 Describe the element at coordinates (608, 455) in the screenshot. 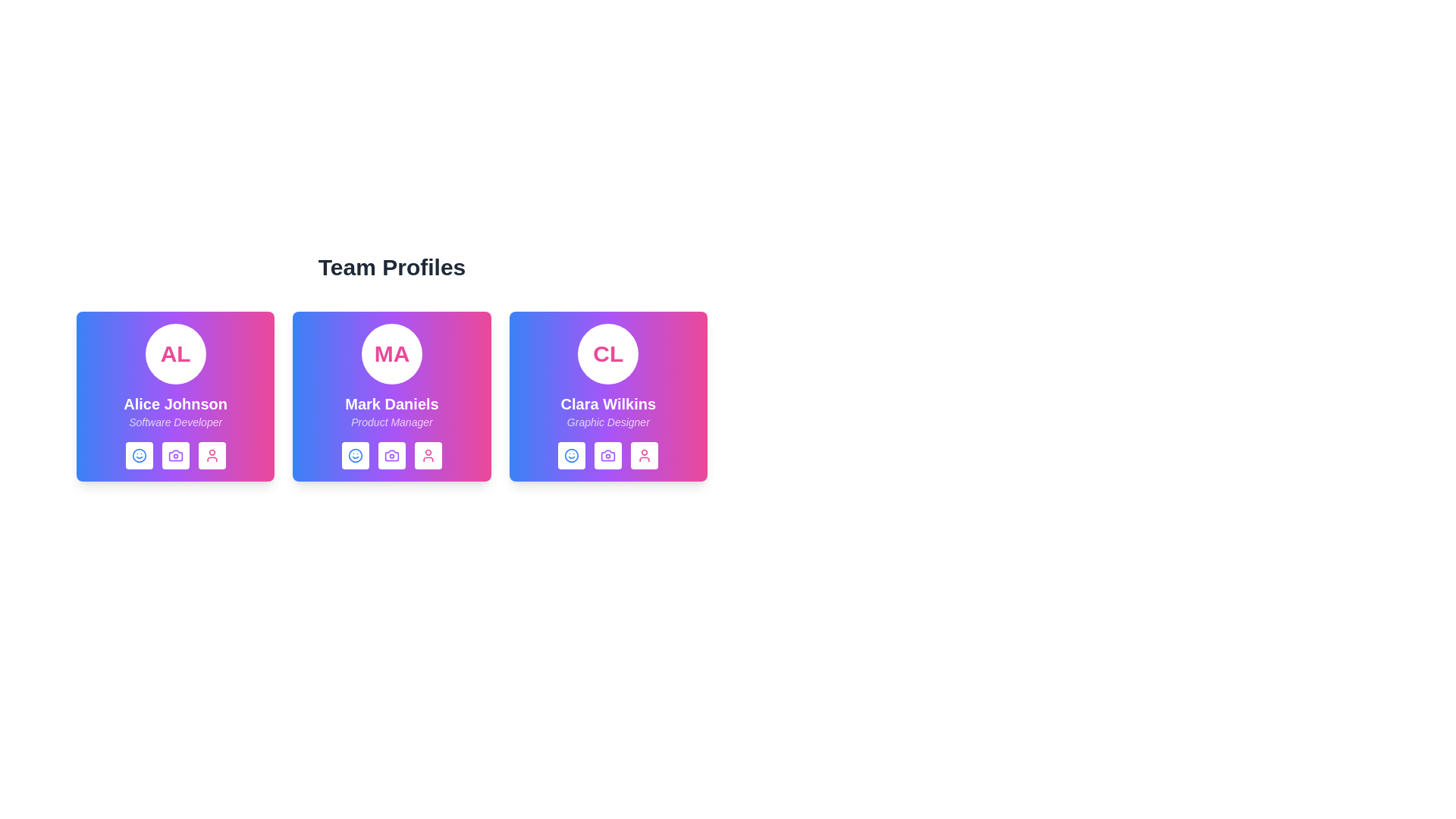

I see `the clickable icon button located at the bottom center of the user information card for 'Clara Wilkins', positioned between the blue smiley-face button and the pink user icon button` at that location.